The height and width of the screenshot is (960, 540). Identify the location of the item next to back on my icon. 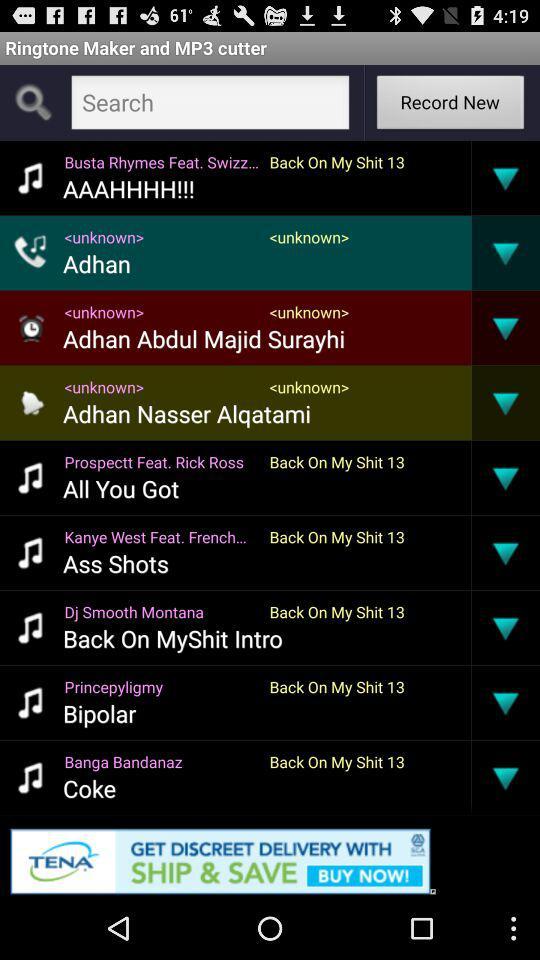
(115, 563).